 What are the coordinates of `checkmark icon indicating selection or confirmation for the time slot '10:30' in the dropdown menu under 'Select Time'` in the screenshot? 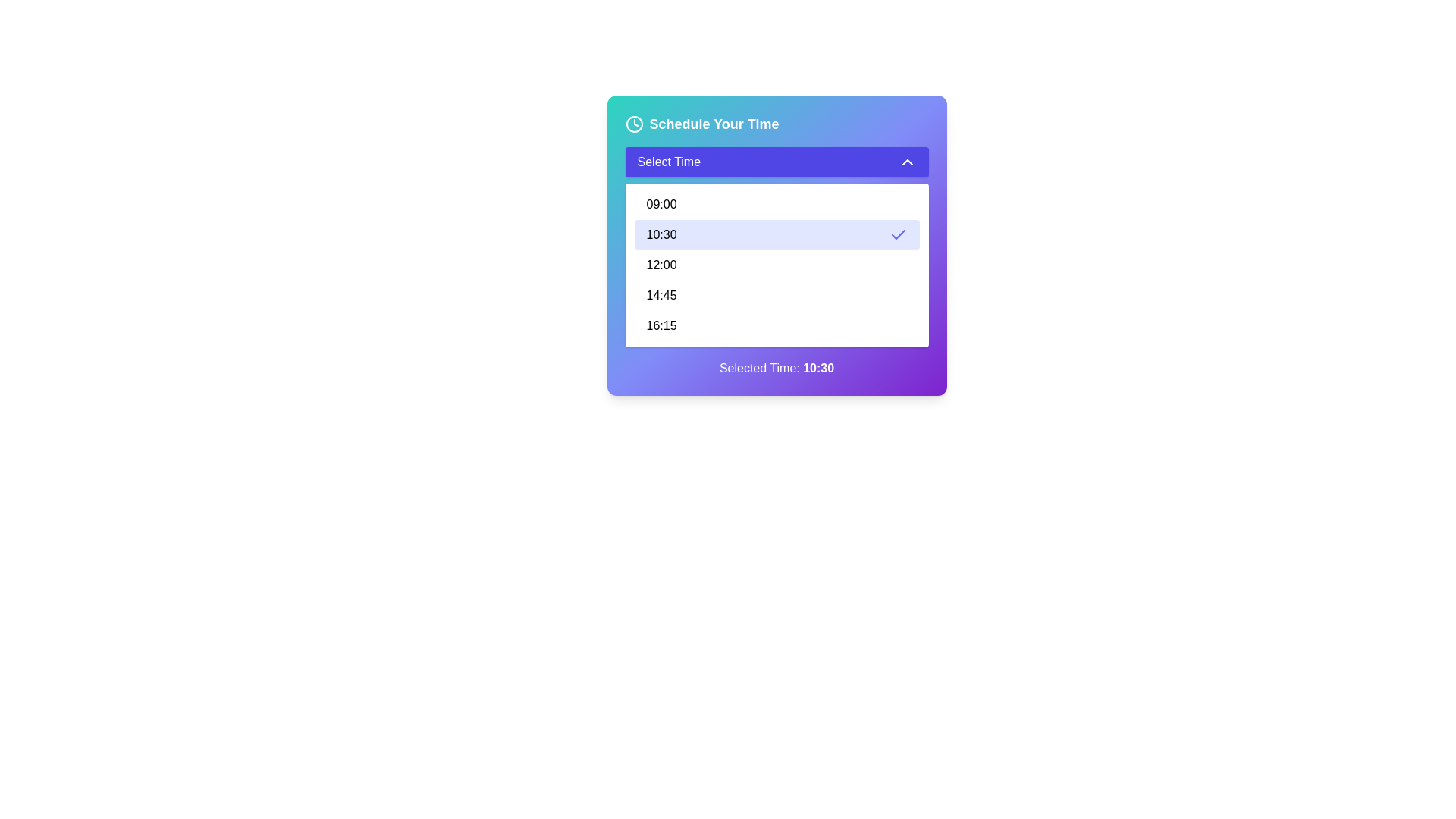 It's located at (898, 234).